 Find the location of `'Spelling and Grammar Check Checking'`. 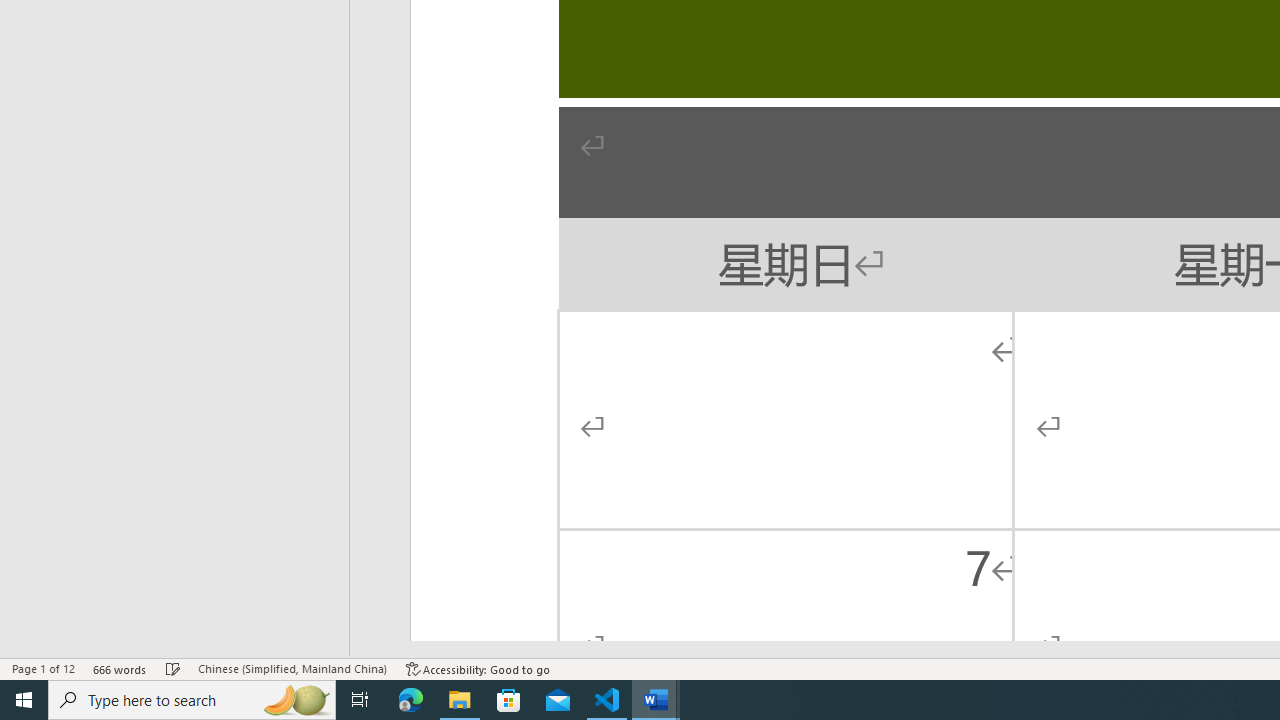

'Spelling and Grammar Check Checking' is located at coordinates (173, 669).